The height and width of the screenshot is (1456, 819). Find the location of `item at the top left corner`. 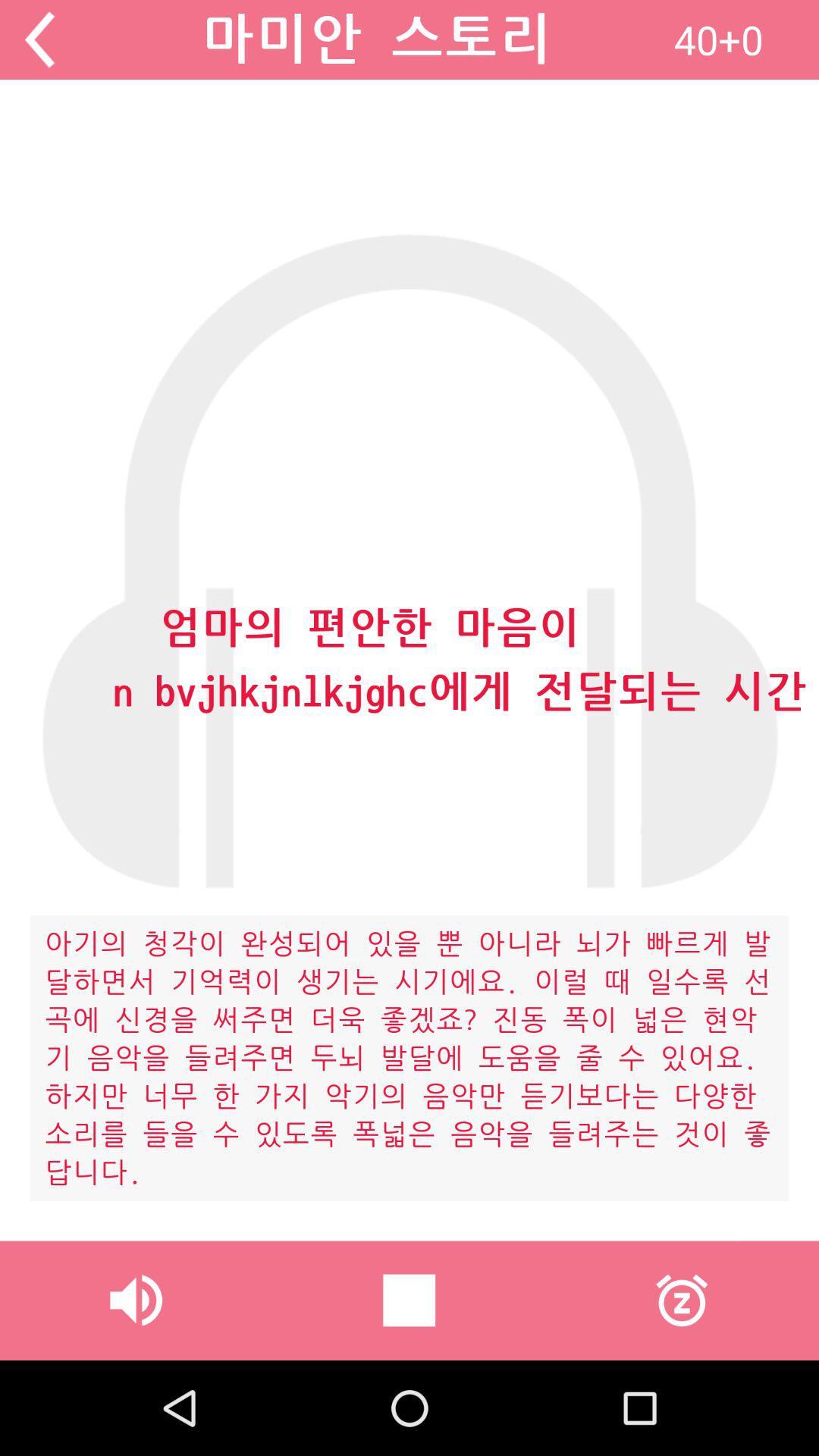

item at the top left corner is located at coordinates (39, 39).